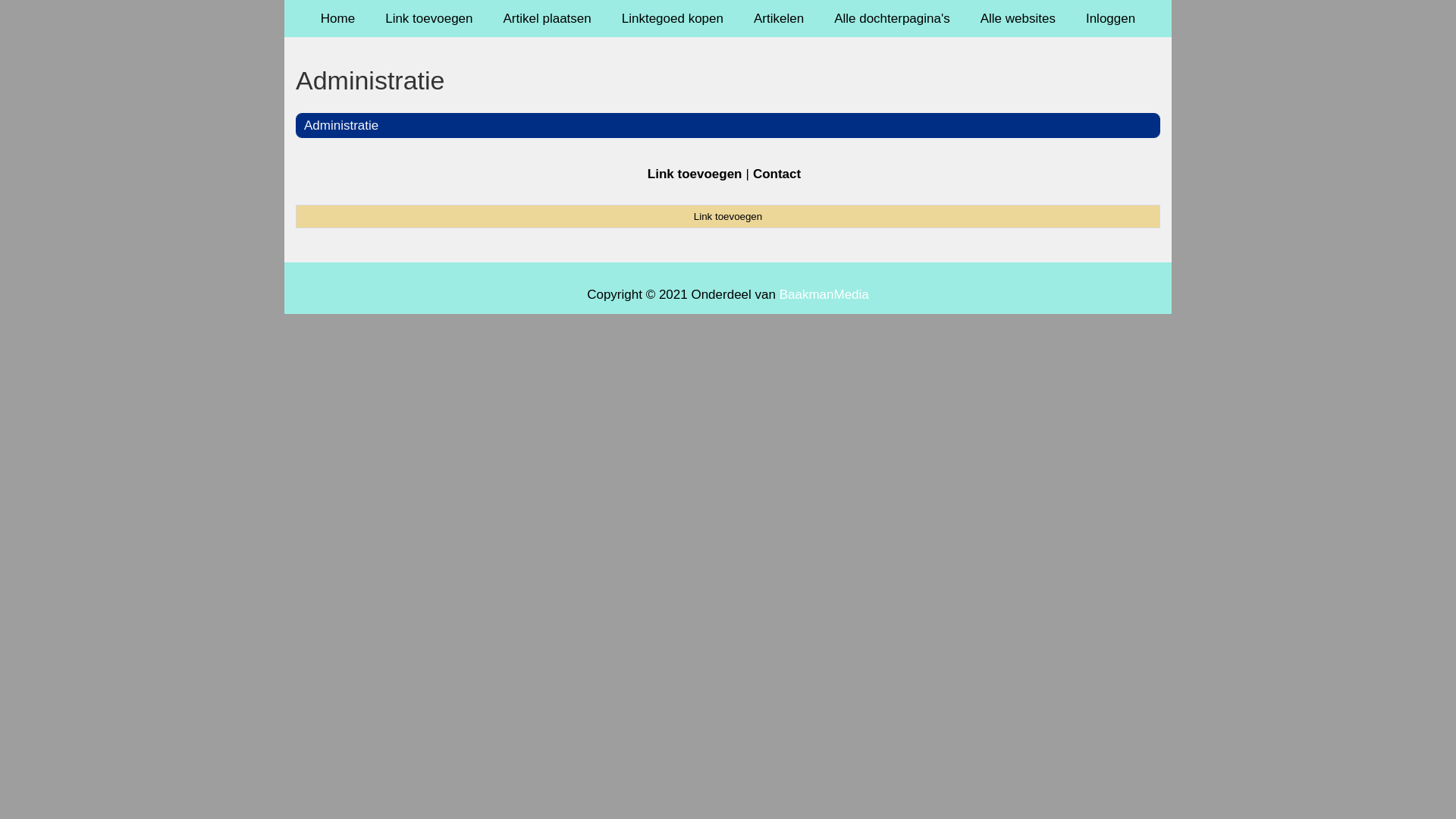 The image size is (1456, 819). I want to click on 'Alle dochterpagina's', so click(892, 18).